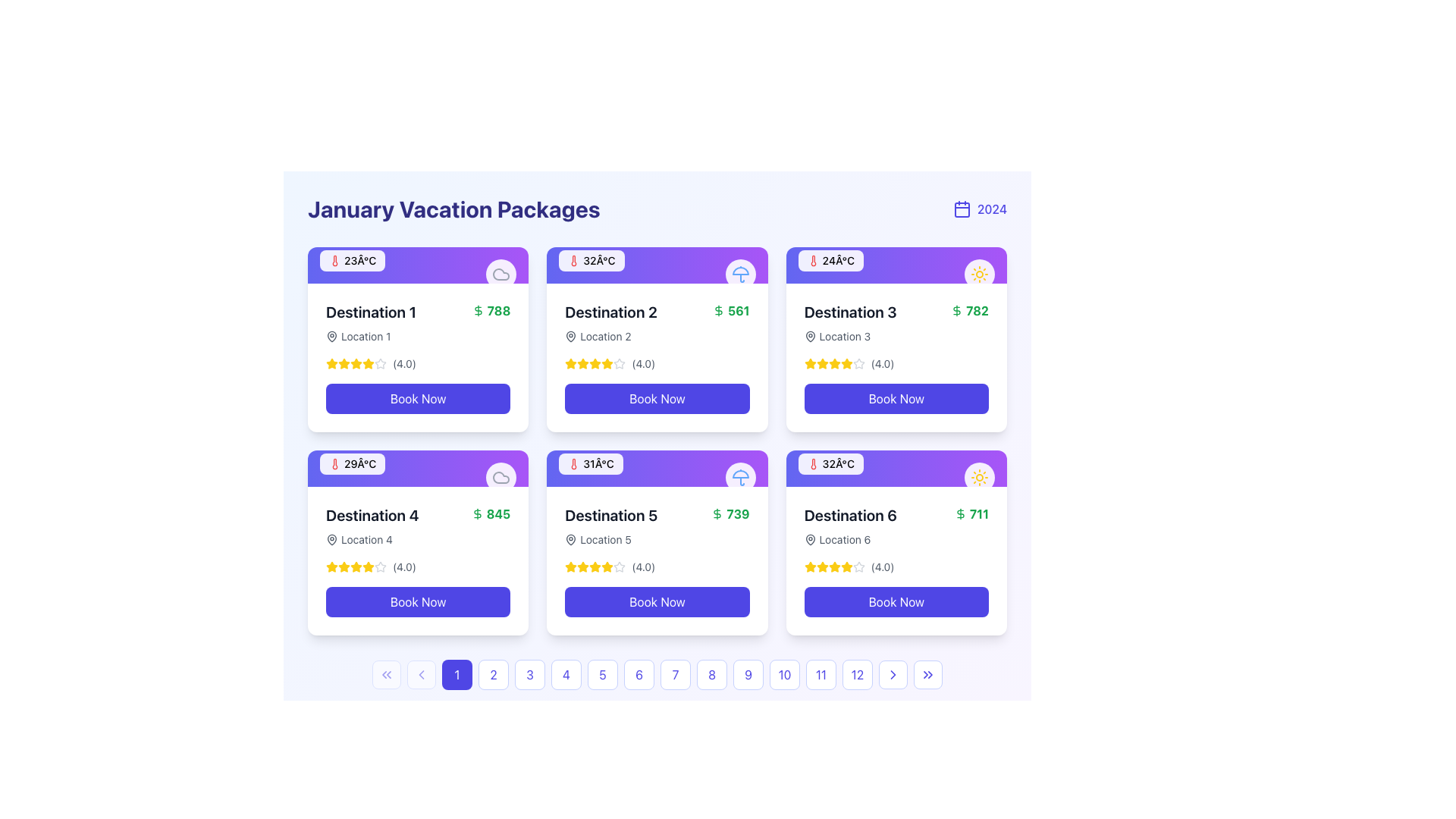  Describe the element at coordinates (809, 363) in the screenshot. I see `the star icon in the rating section of the 'Destination 3' vacation package card to interact with the rating` at that location.